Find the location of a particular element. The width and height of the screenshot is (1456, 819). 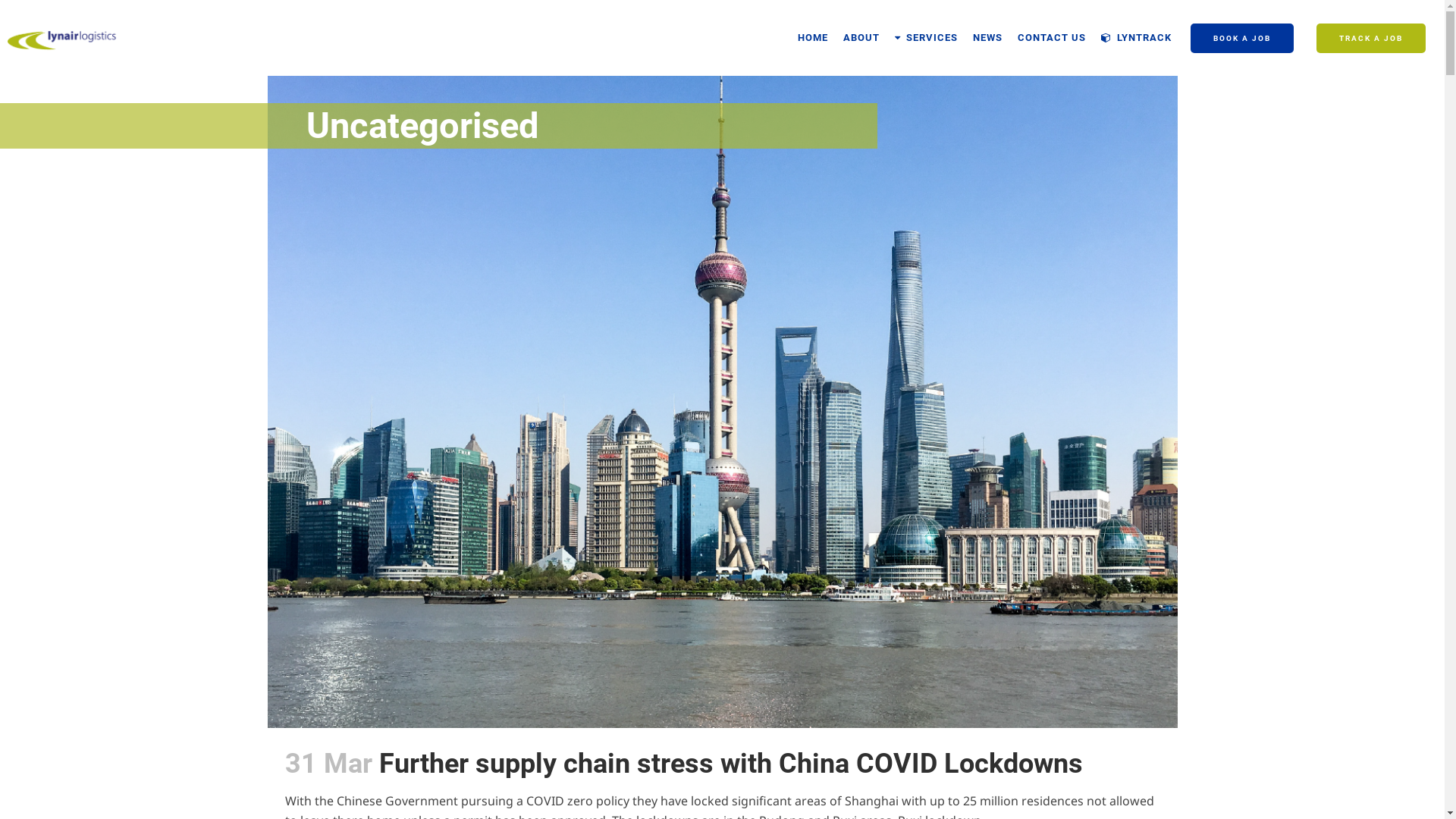

'TRACK A JOB' is located at coordinates (1371, 37).